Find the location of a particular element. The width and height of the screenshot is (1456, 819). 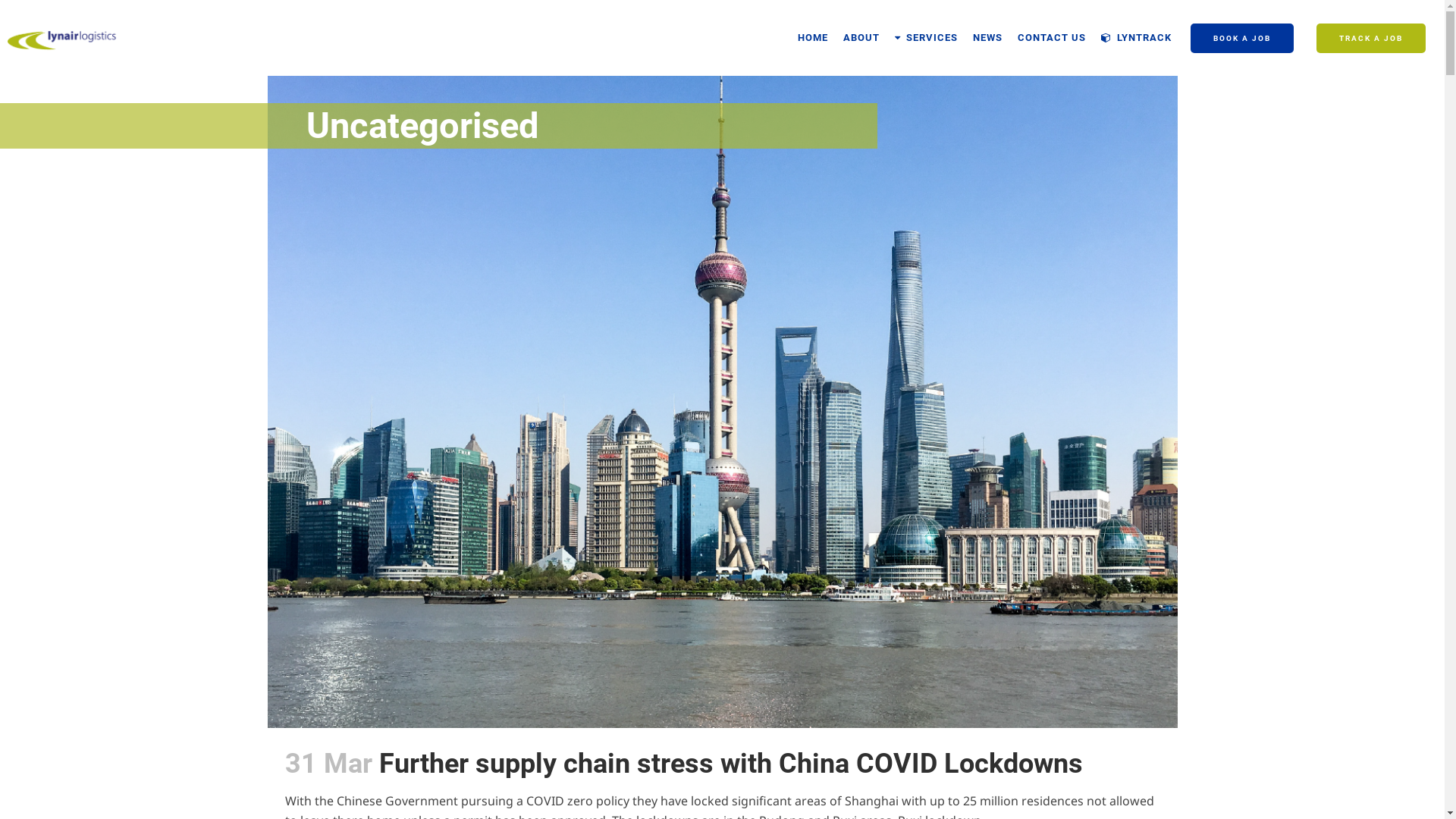

'TRACK A JOB' is located at coordinates (1371, 37).